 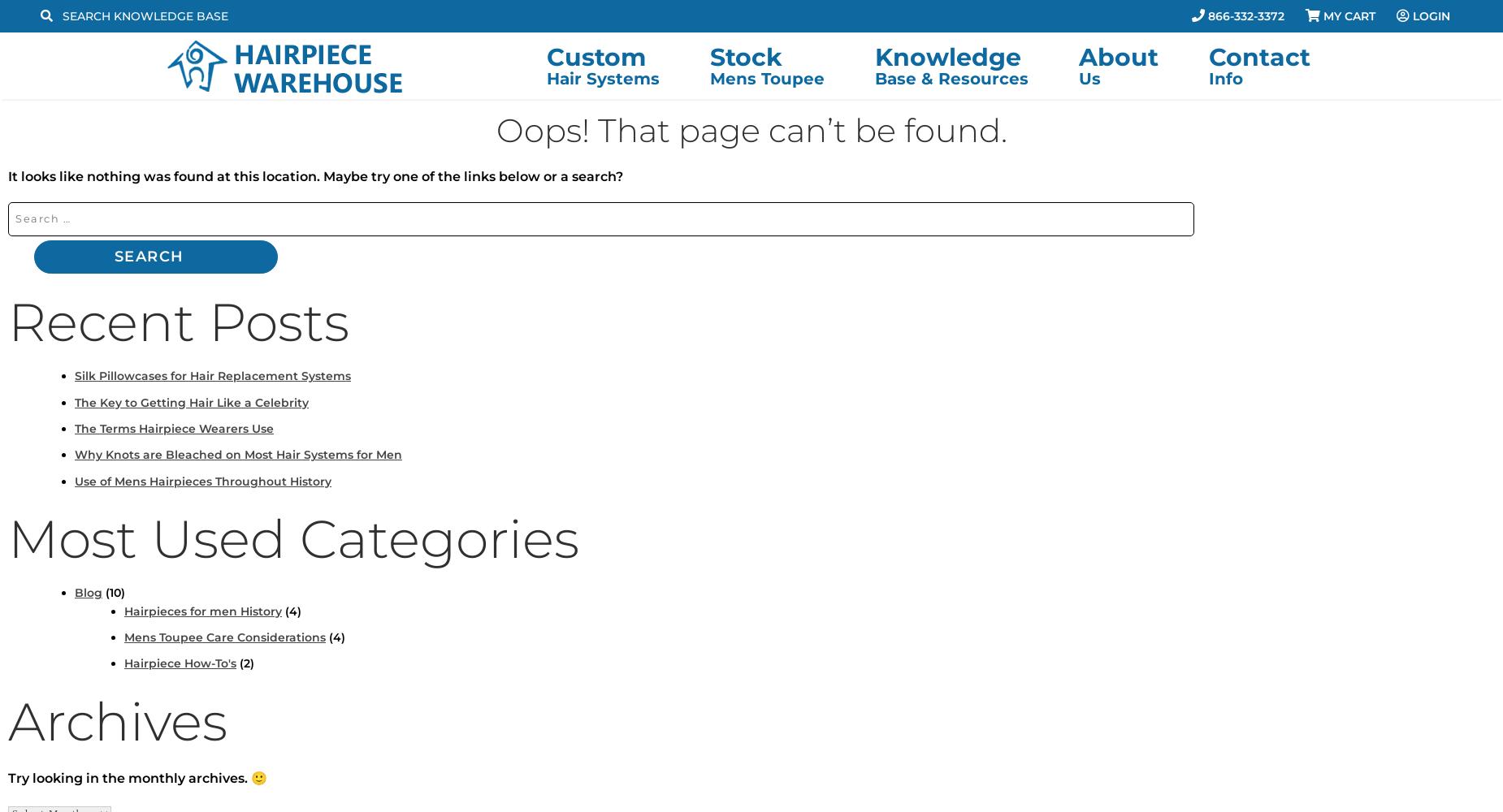 What do you see at coordinates (201, 611) in the screenshot?
I see `'Hairpieces for men History'` at bounding box center [201, 611].